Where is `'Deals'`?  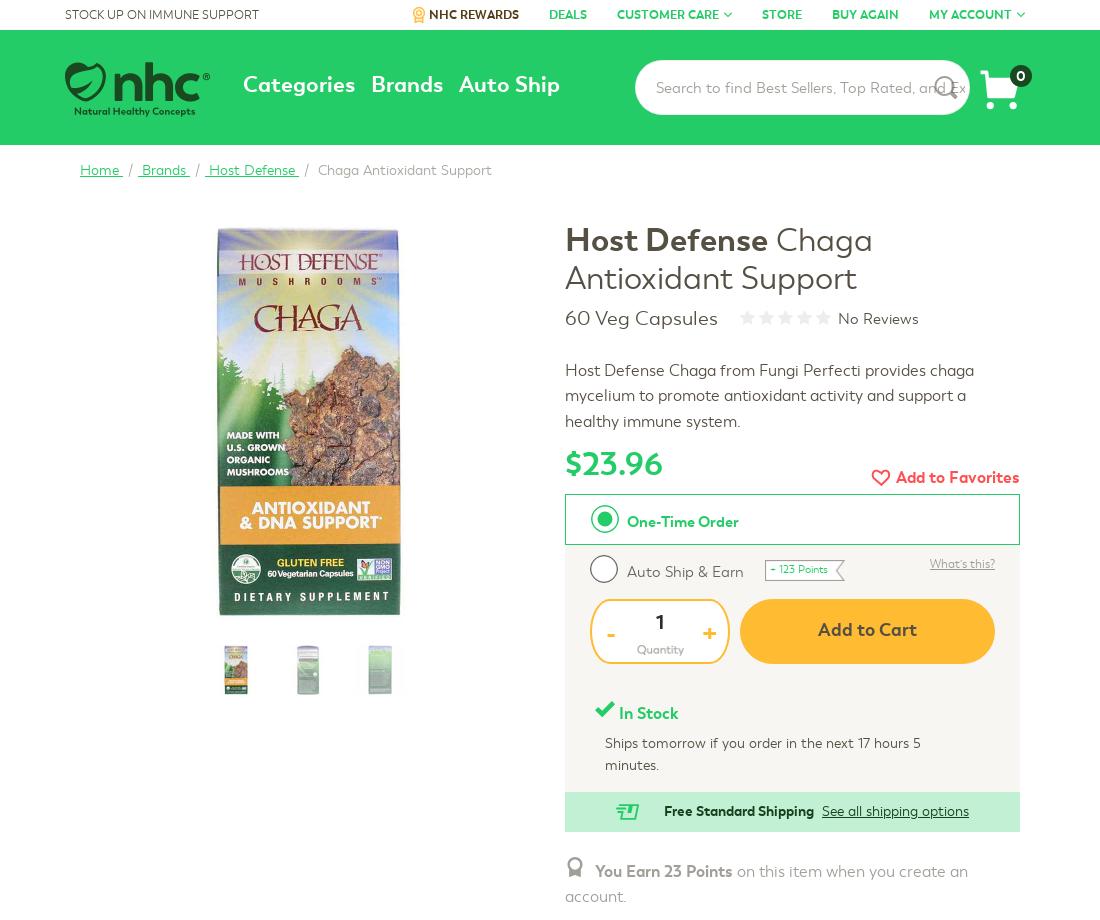 'Deals' is located at coordinates (567, 14).